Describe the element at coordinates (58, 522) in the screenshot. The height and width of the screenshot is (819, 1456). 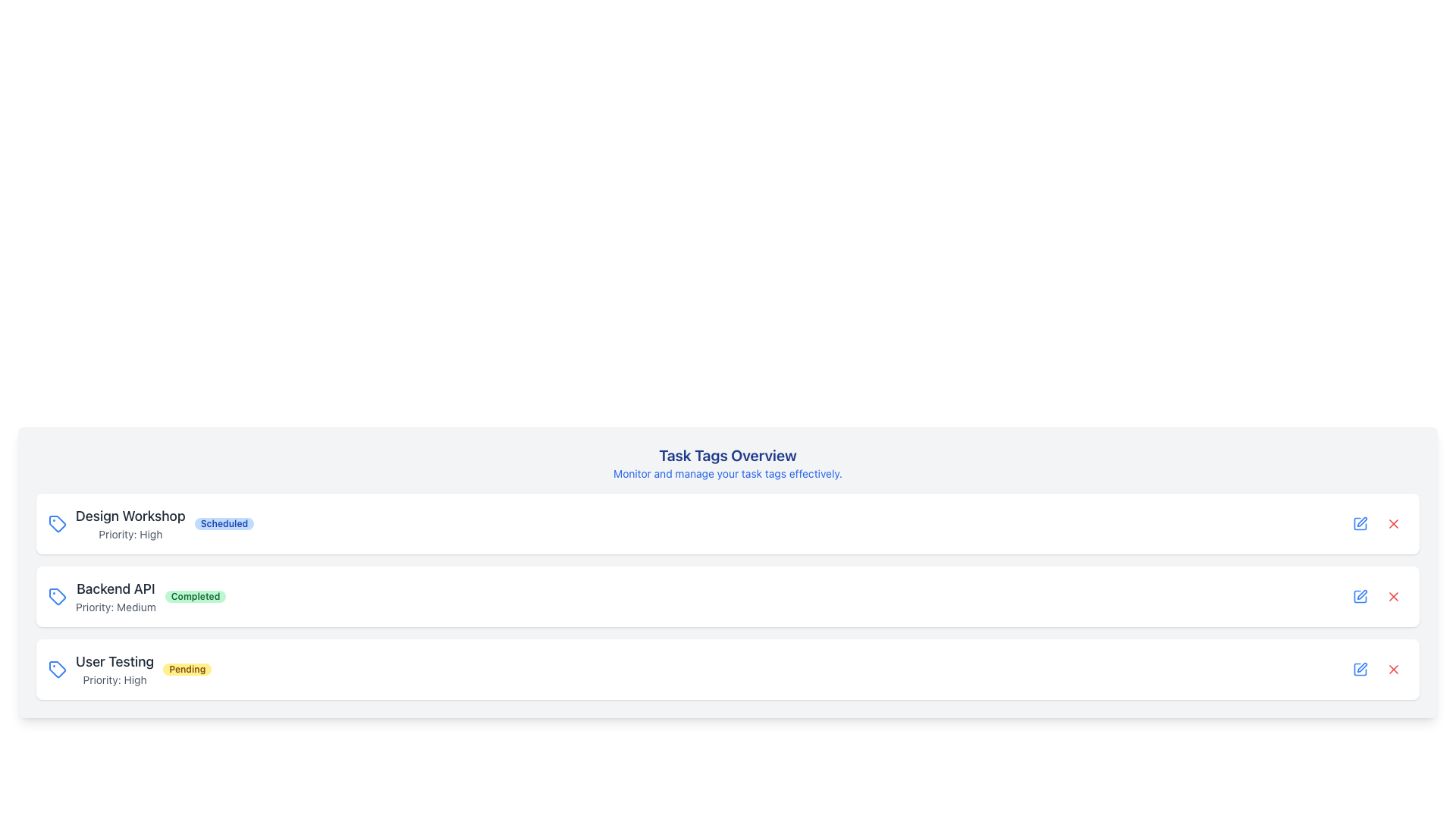
I see `the icon located to the left of the 'Design Workshop' item in the list` at that location.